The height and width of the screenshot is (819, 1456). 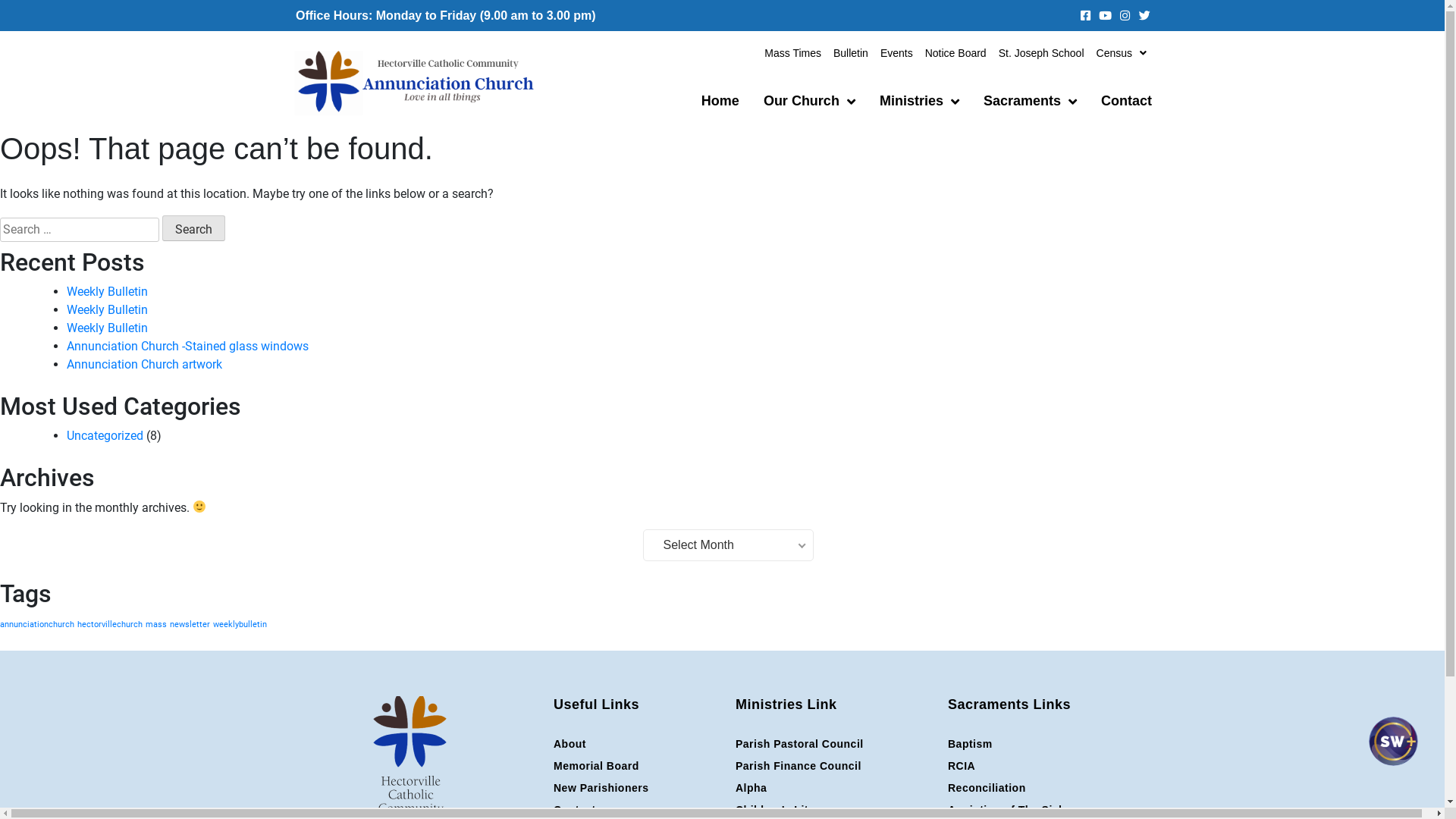 What do you see at coordinates (955, 52) in the screenshot?
I see `'Notice Board'` at bounding box center [955, 52].